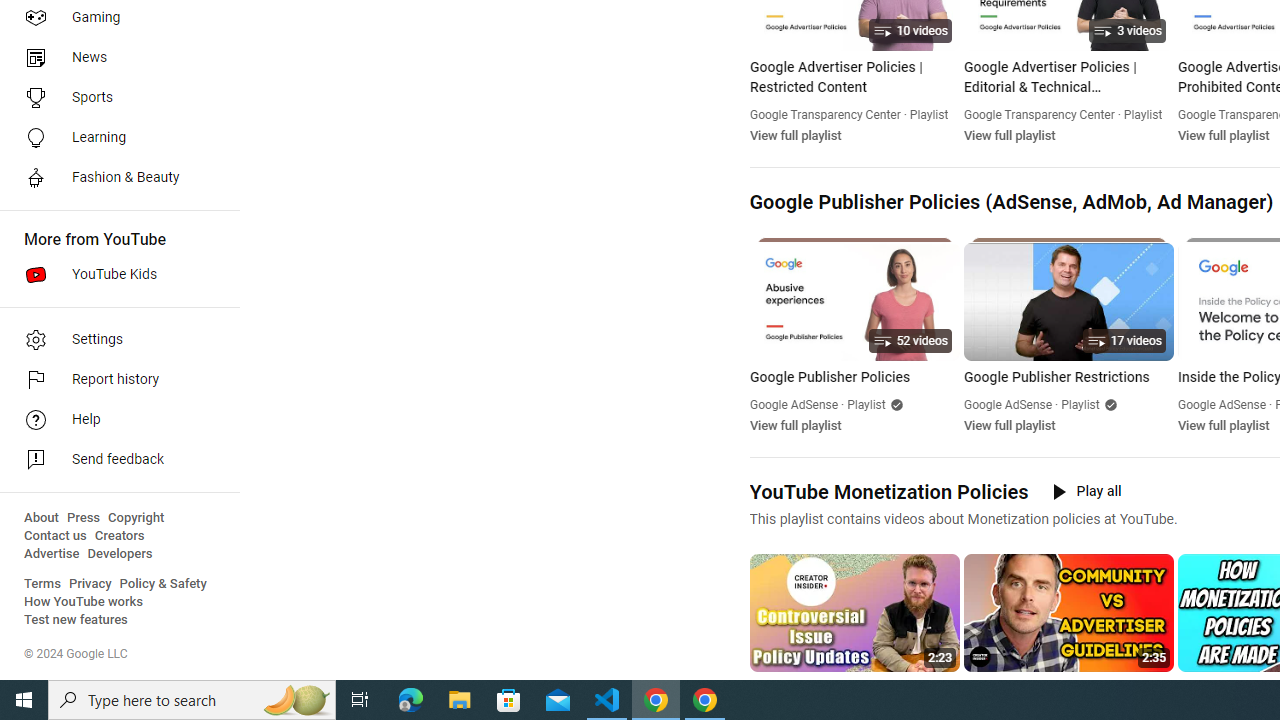 Image resolution: width=1280 pixels, height=720 pixels. I want to click on 'Google Publisher Restrictions', so click(1067, 378).